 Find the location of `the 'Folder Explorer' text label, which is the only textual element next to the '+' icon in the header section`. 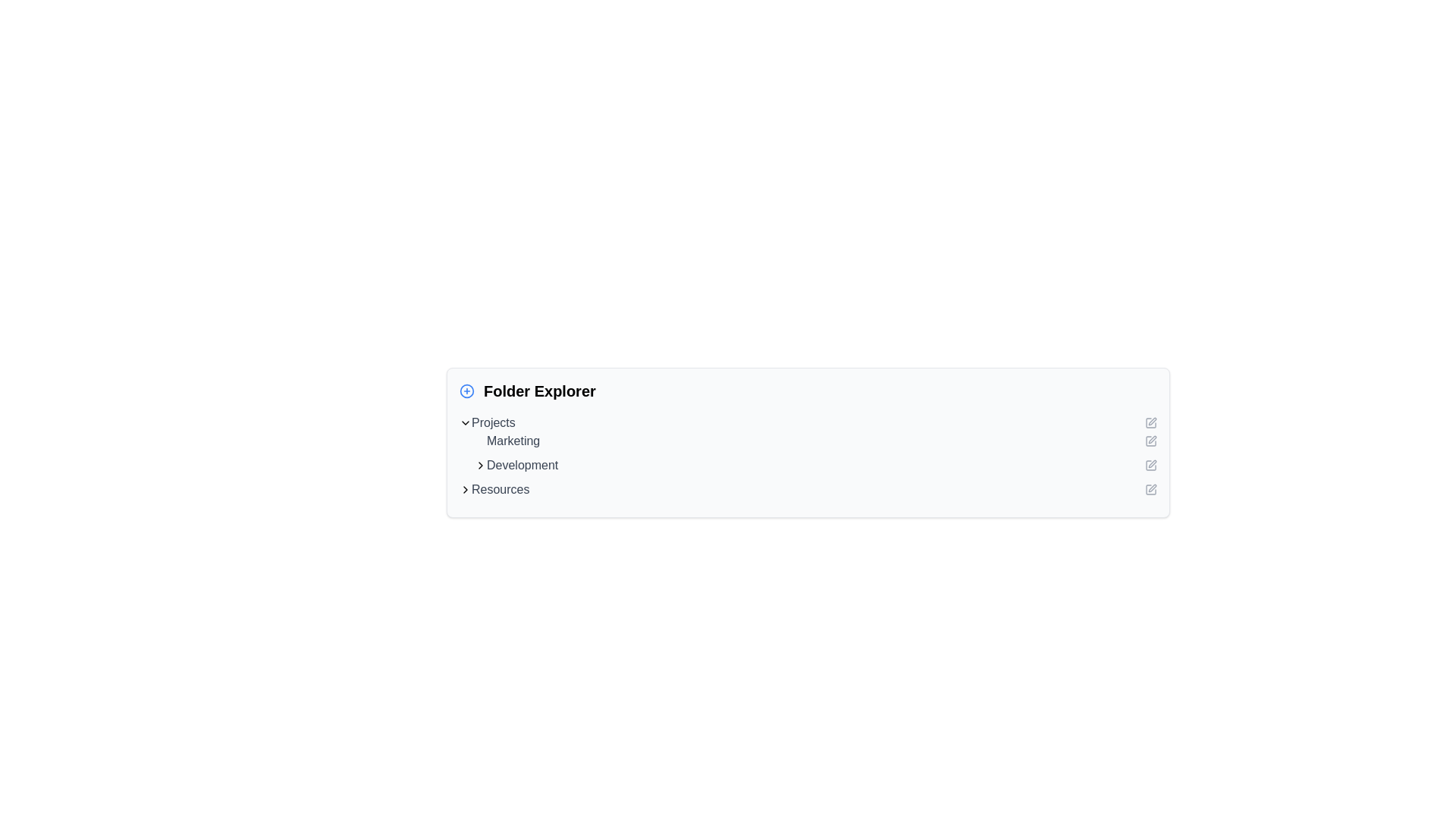

the 'Folder Explorer' text label, which is the only textual element next to the '+' icon in the header section is located at coordinates (539, 391).